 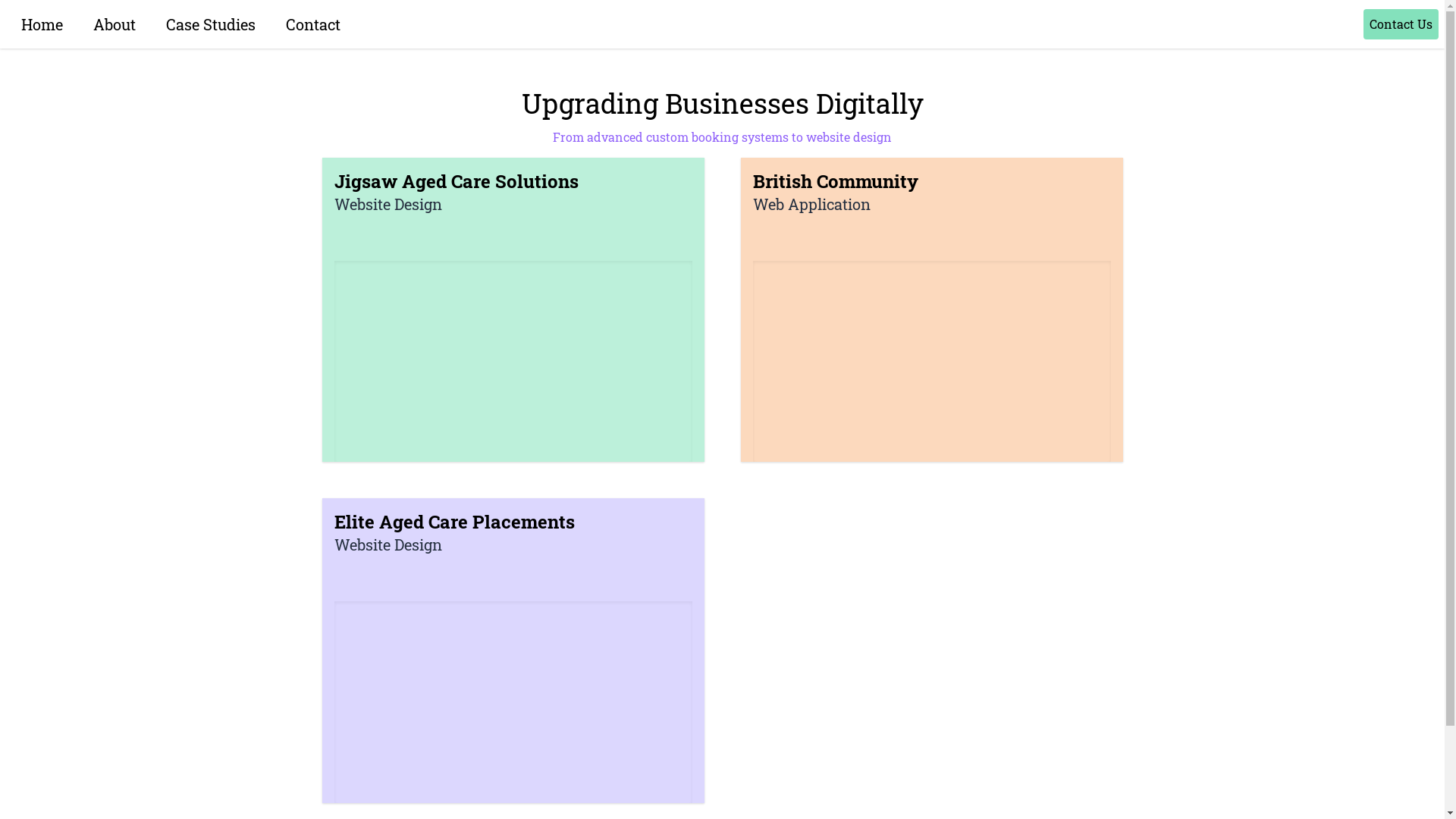 I want to click on 'Contact Us', so click(x=1400, y=24).